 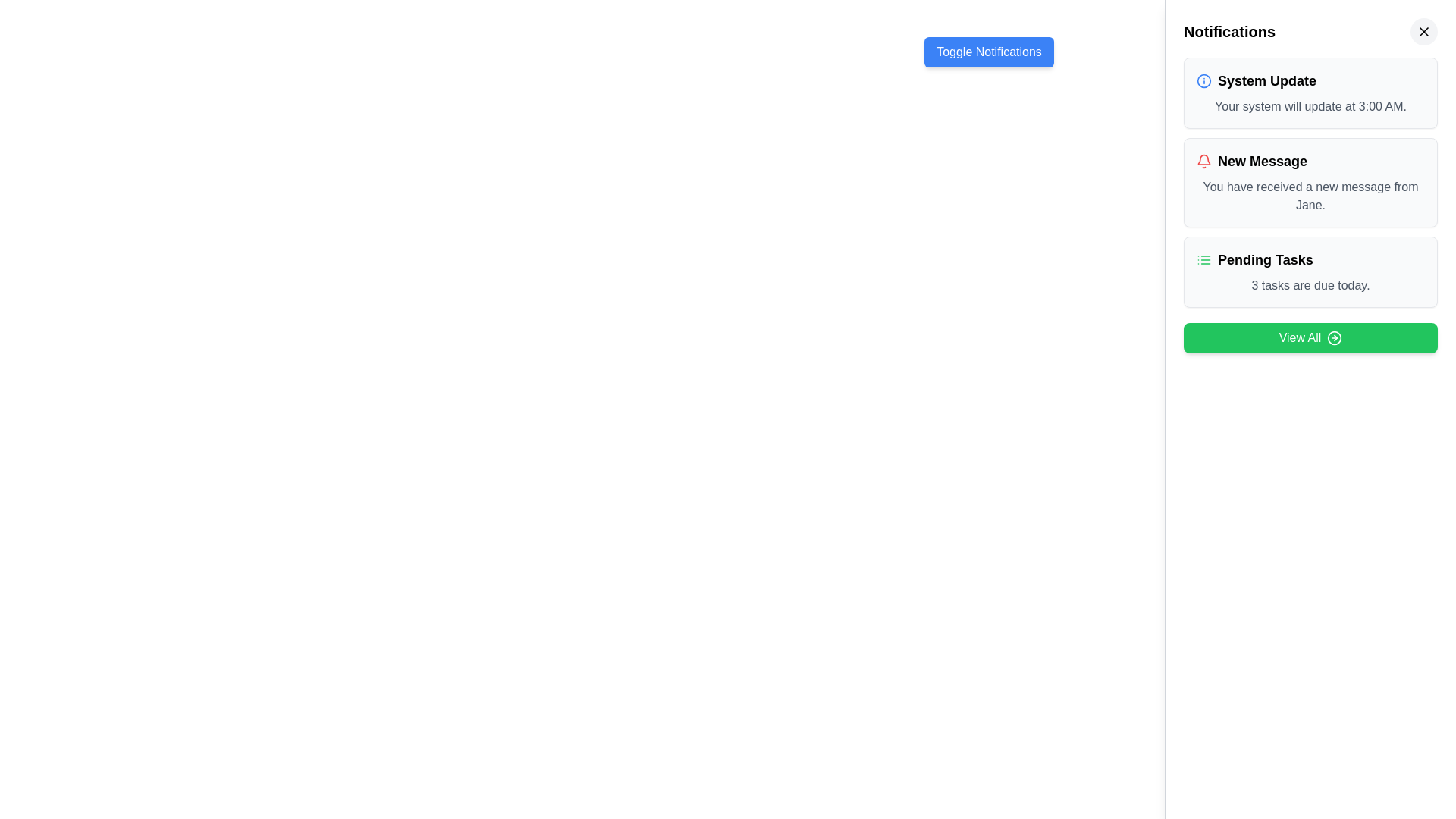 I want to click on notification title located at the top-center of the notification card, summarizing that a new message has been received, so click(x=1310, y=161).